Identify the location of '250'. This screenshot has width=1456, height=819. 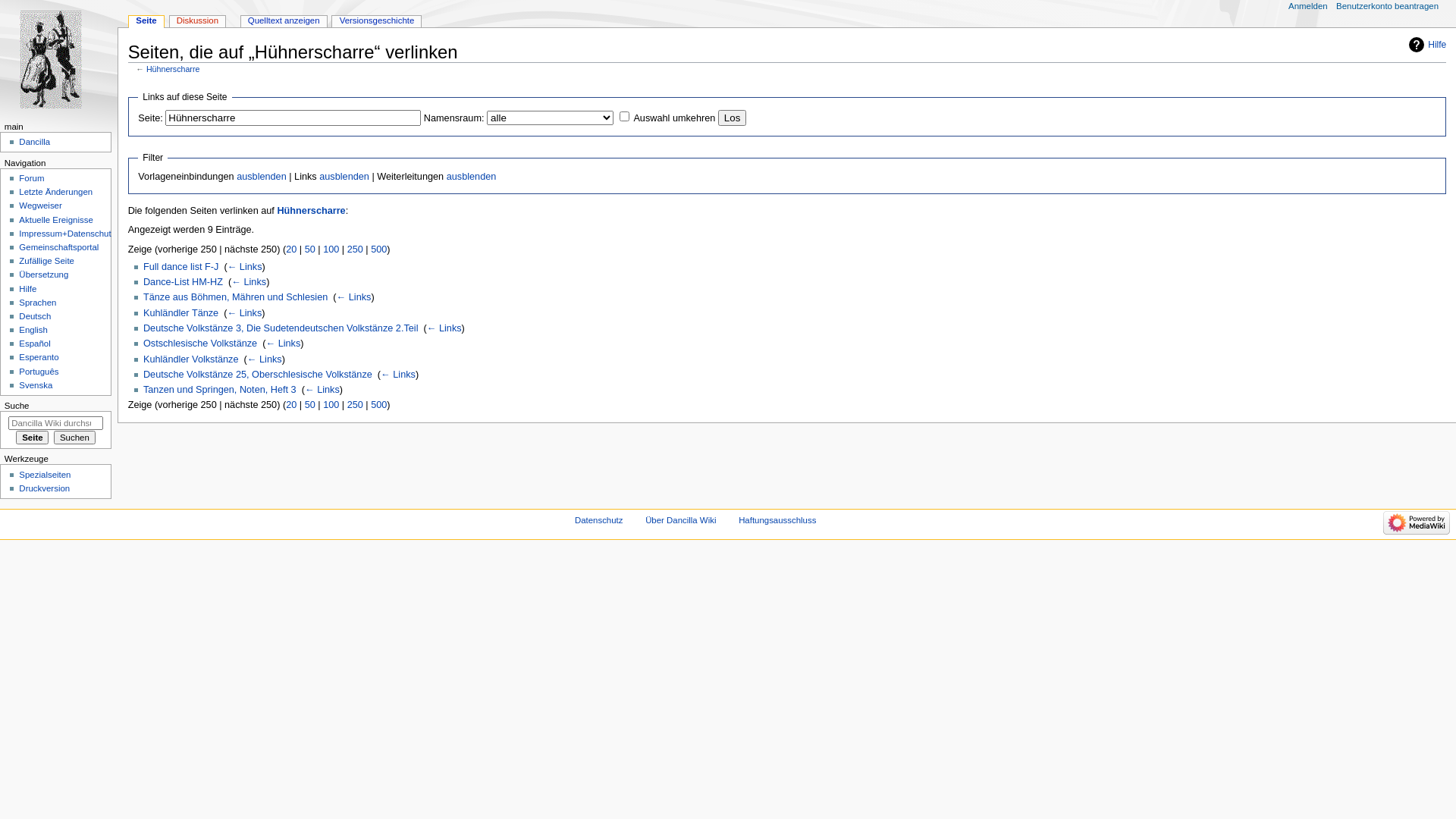
(346, 248).